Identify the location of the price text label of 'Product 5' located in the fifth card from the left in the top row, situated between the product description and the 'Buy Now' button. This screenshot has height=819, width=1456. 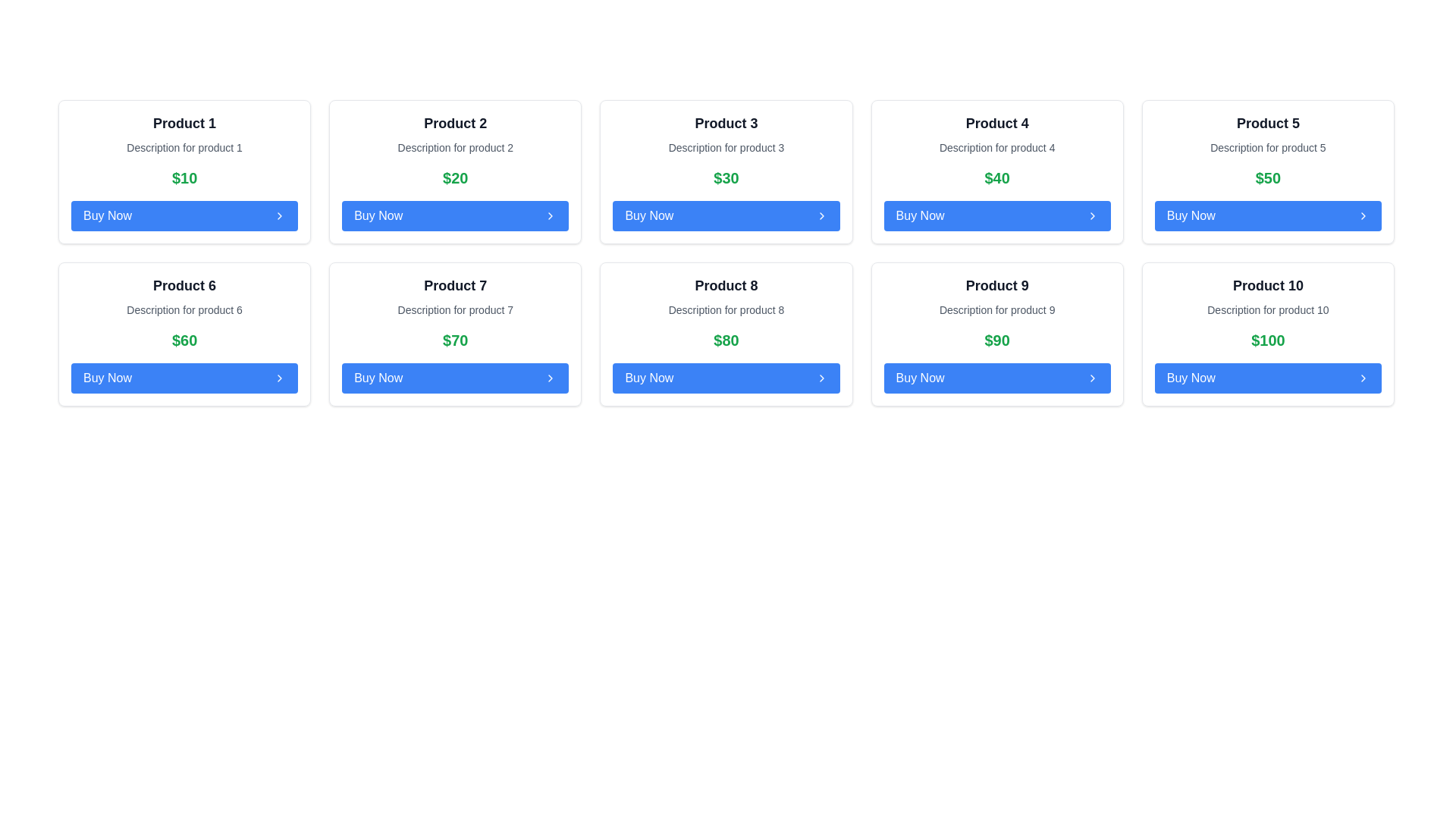
(1268, 177).